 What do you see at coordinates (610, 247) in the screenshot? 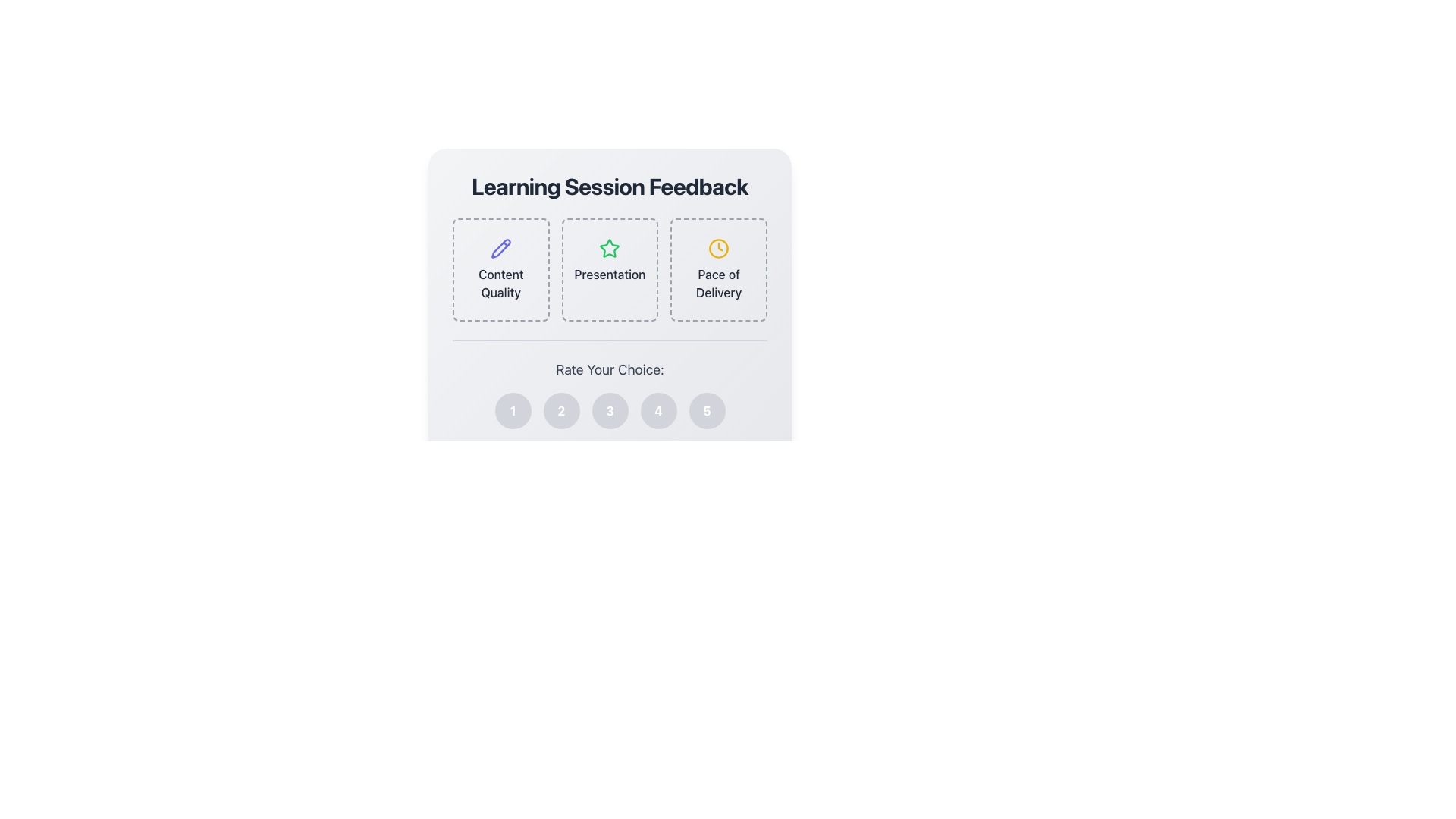
I see `the green star icon with a hollow center` at bounding box center [610, 247].